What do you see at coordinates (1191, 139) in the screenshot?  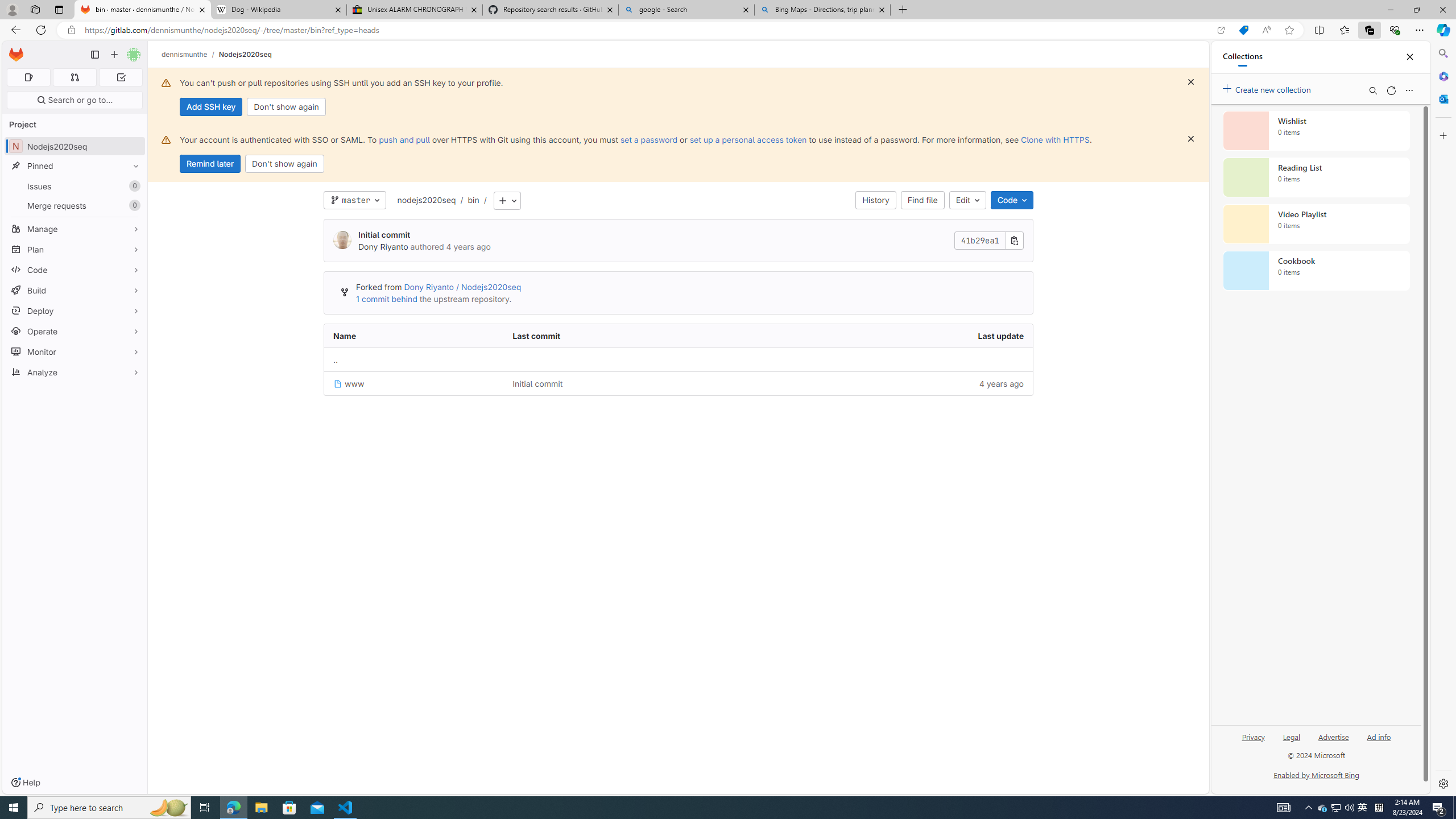 I see `'Dismiss'` at bounding box center [1191, 139].